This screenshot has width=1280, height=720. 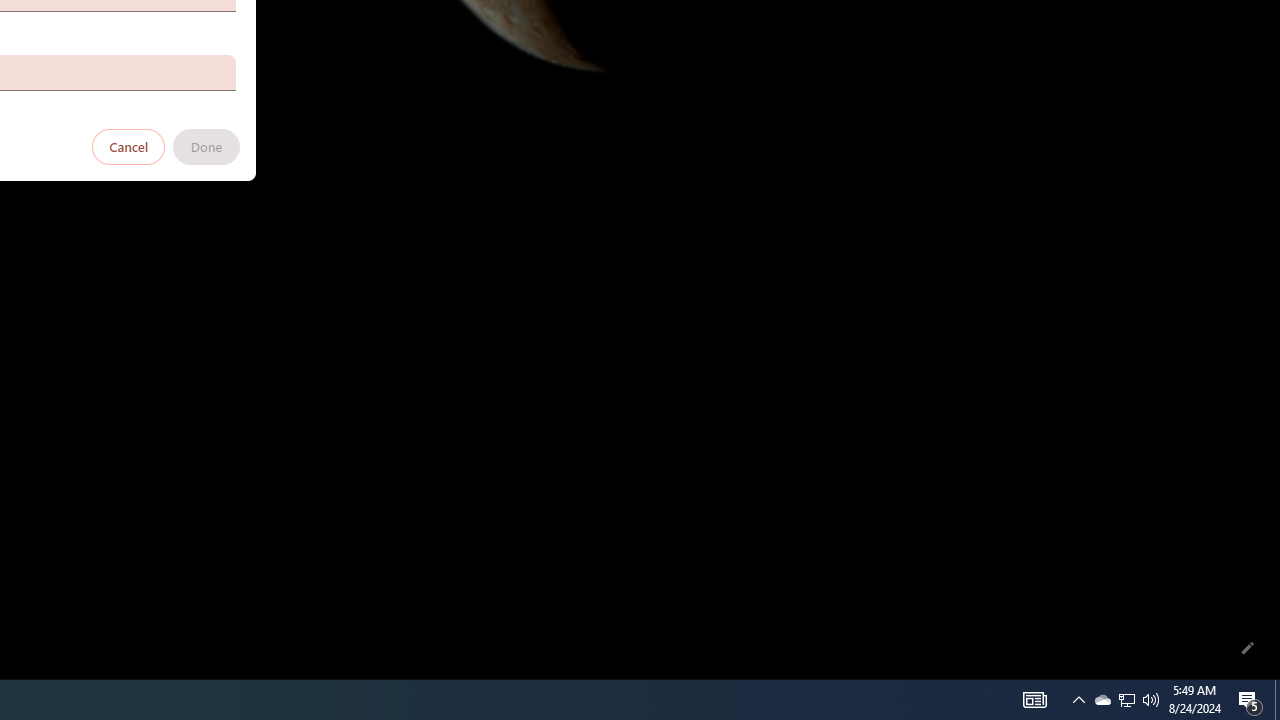 I want to click on 'Cancel', so click(x=128, y=145).